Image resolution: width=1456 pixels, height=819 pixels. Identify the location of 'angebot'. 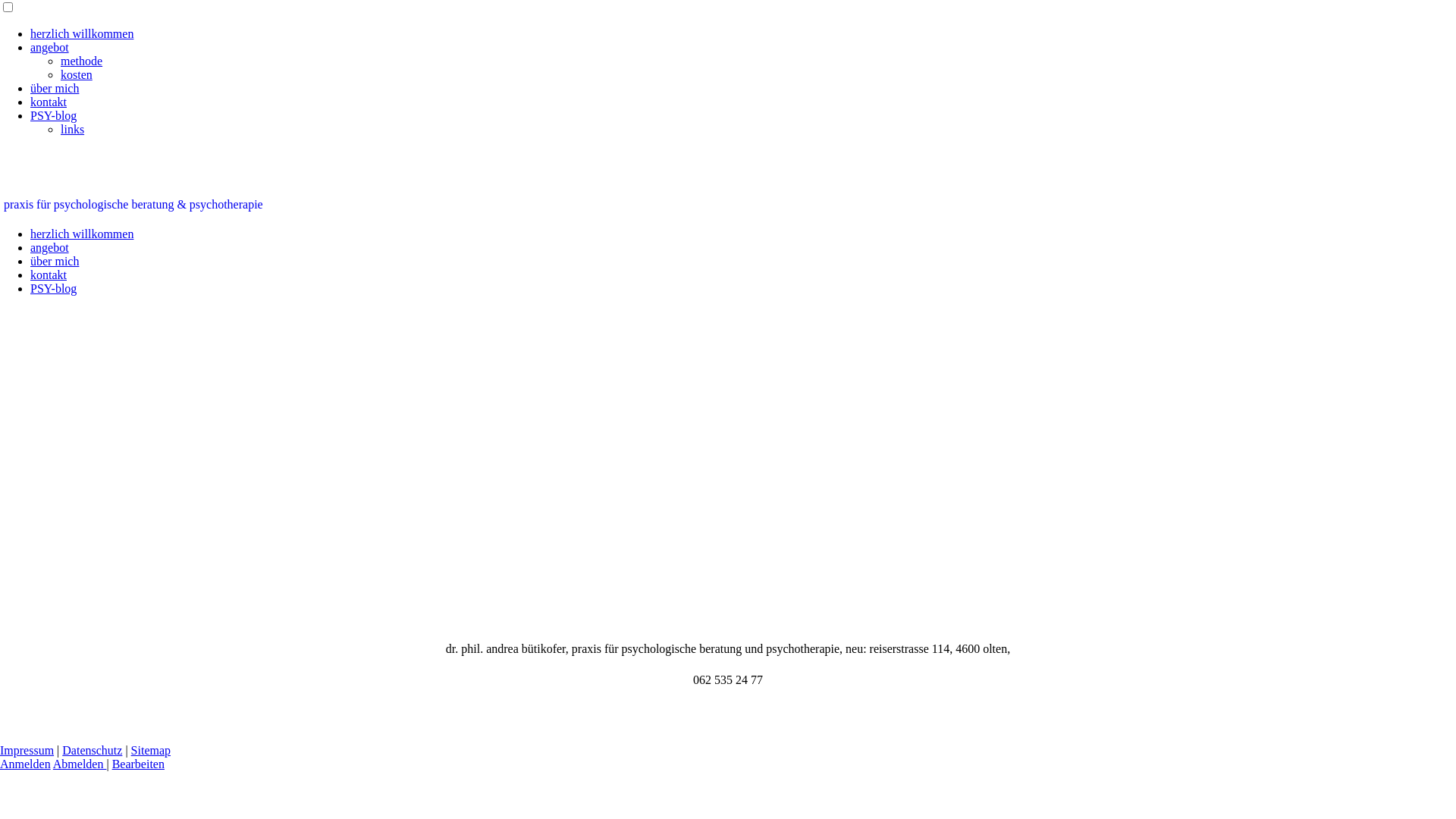
(49, 46).